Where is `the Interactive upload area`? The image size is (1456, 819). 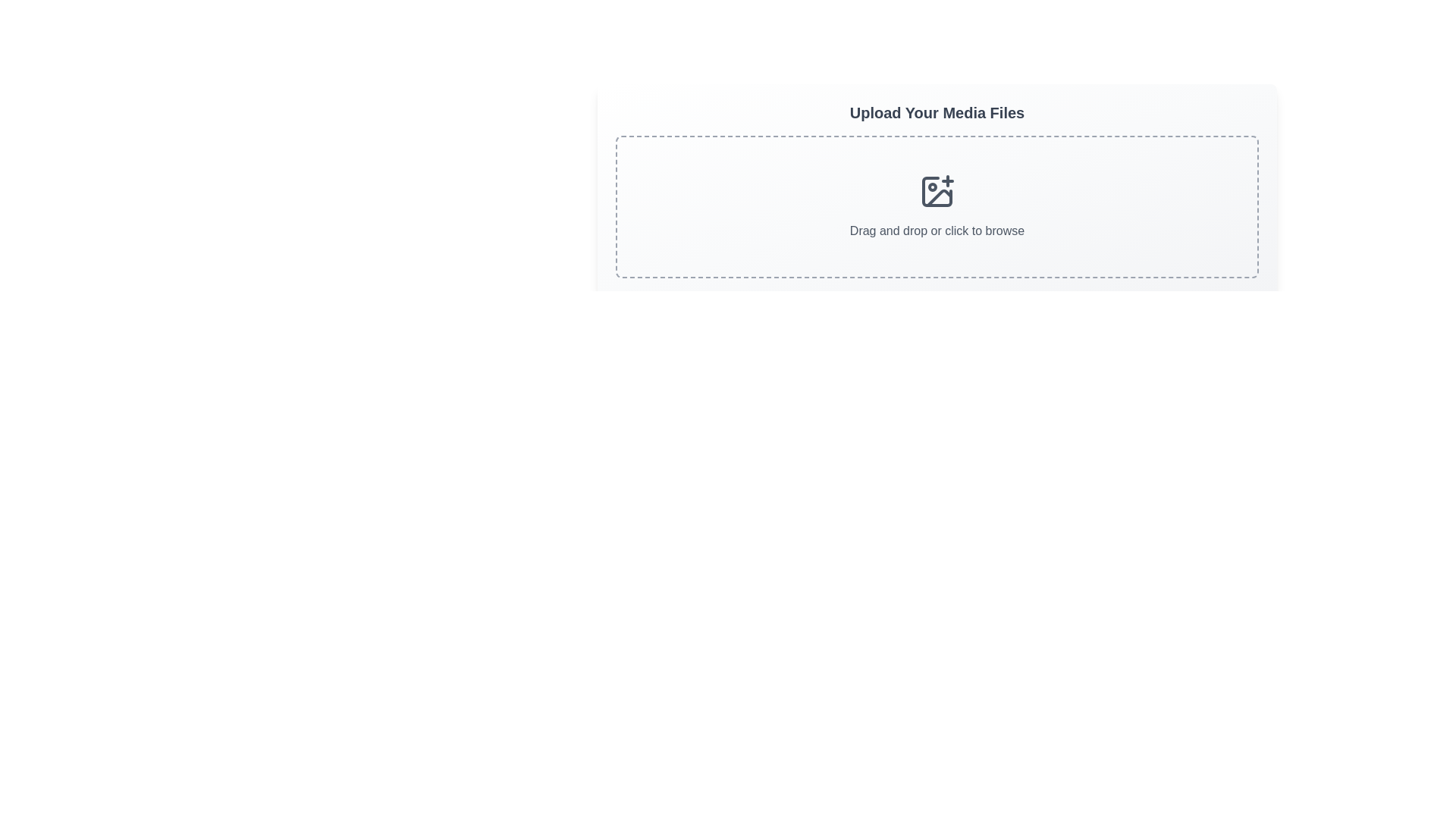 the Interactive upload area is located at coordinates (937, 189).